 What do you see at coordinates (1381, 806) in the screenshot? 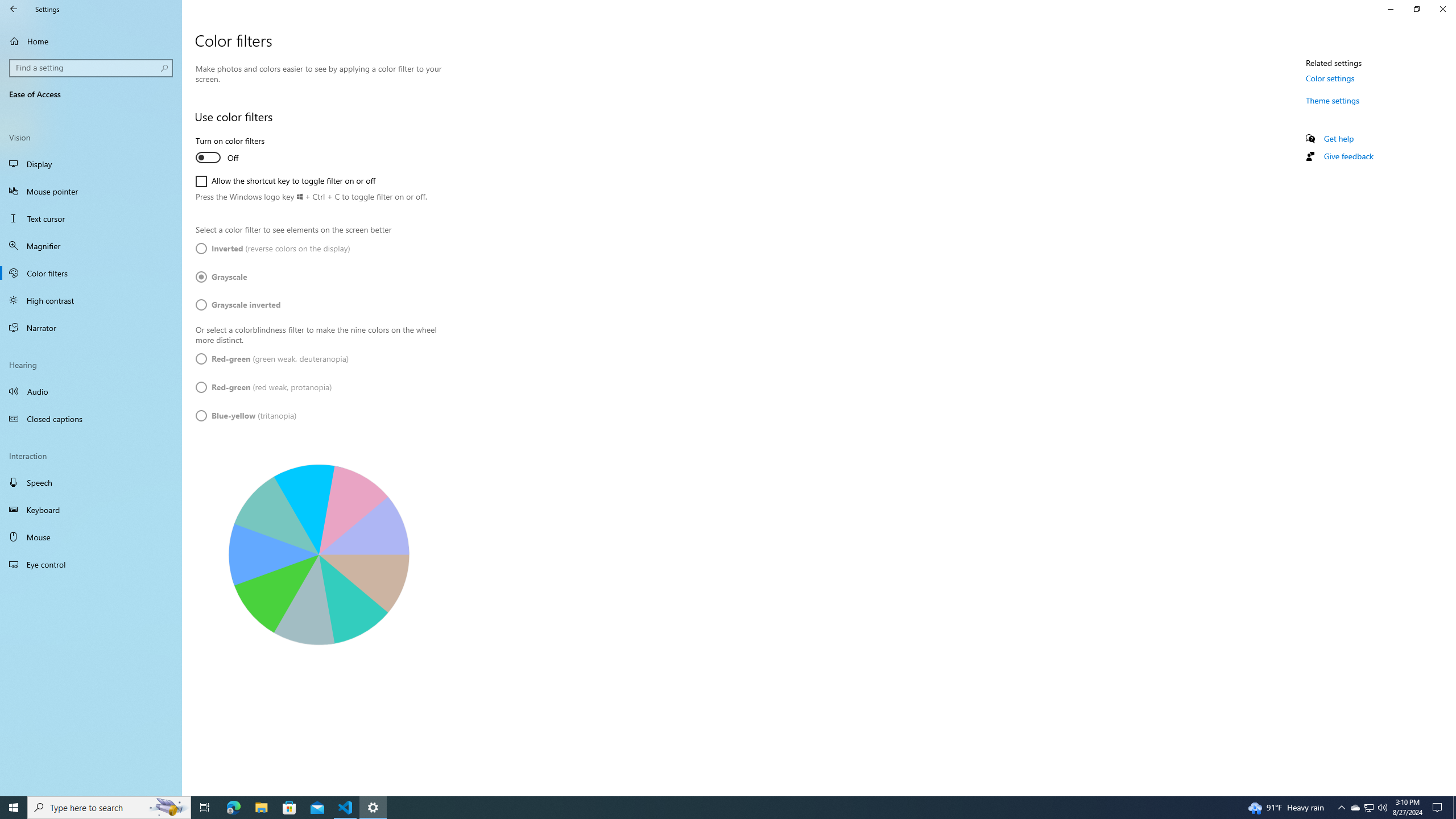
I see `'Q2790: 100%'` at bounding box center [1381, 806].